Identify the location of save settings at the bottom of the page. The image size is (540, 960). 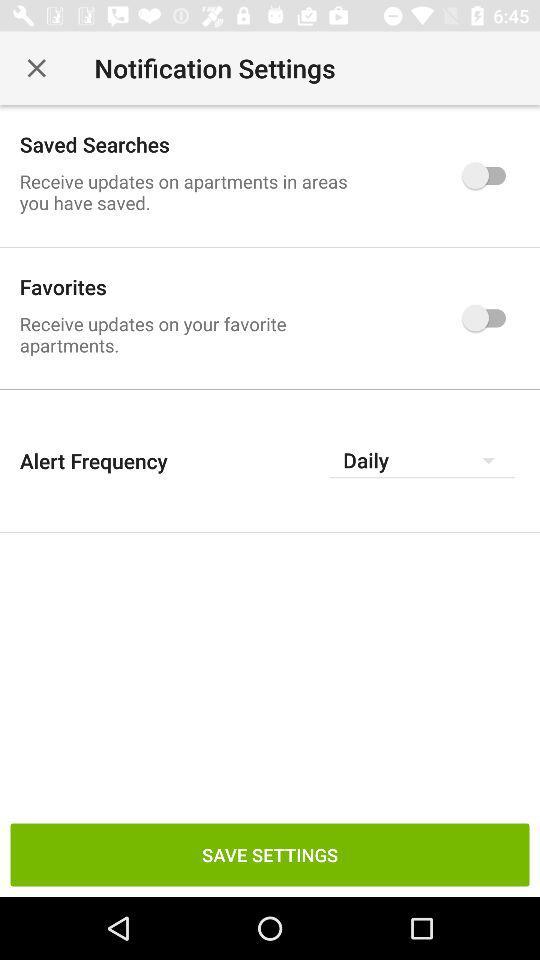
(270, 854).